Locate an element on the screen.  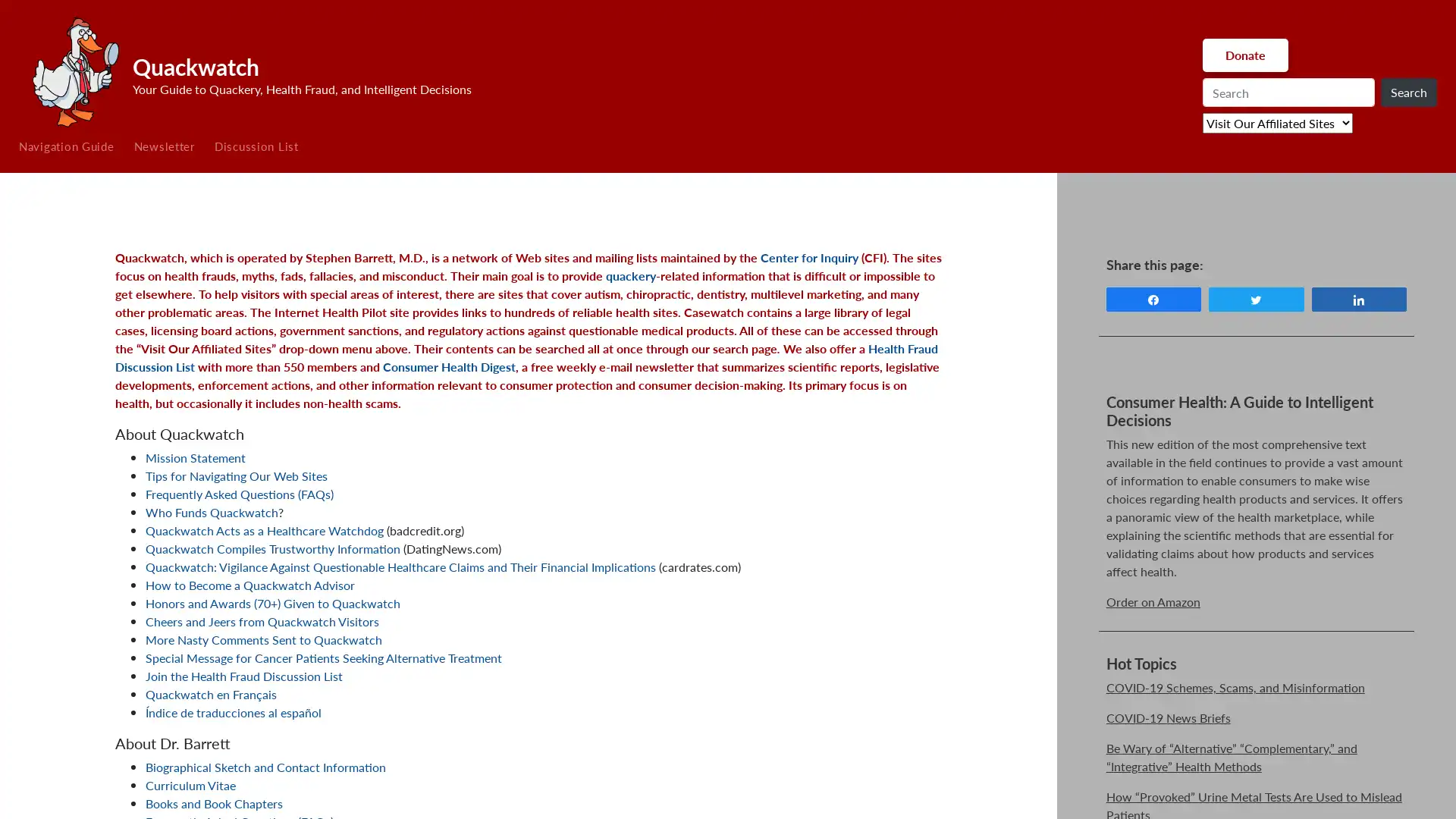
Donate is located at coordinates (1244, 55).